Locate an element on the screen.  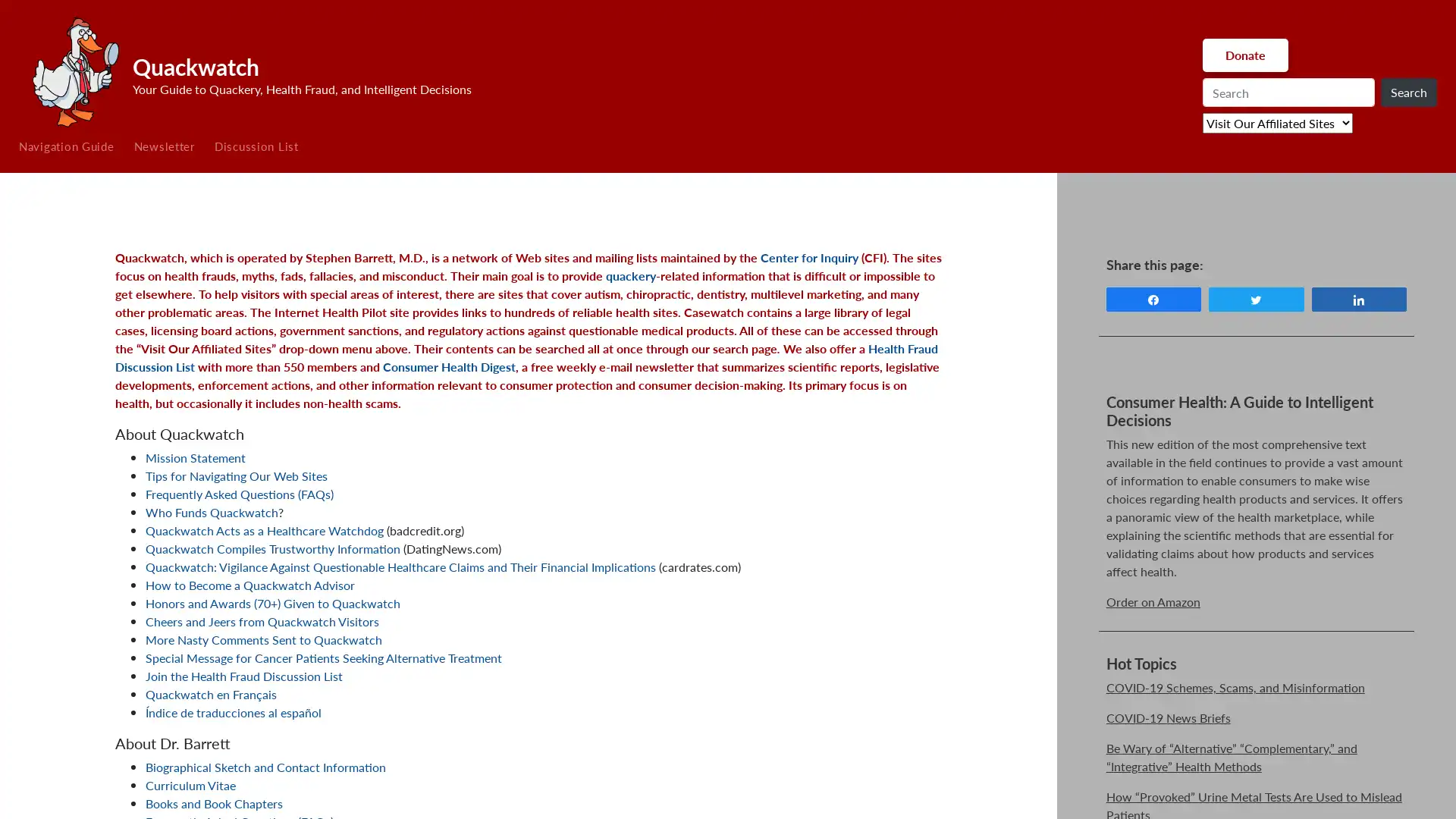
Donate is located at coordinates (1244, 55).